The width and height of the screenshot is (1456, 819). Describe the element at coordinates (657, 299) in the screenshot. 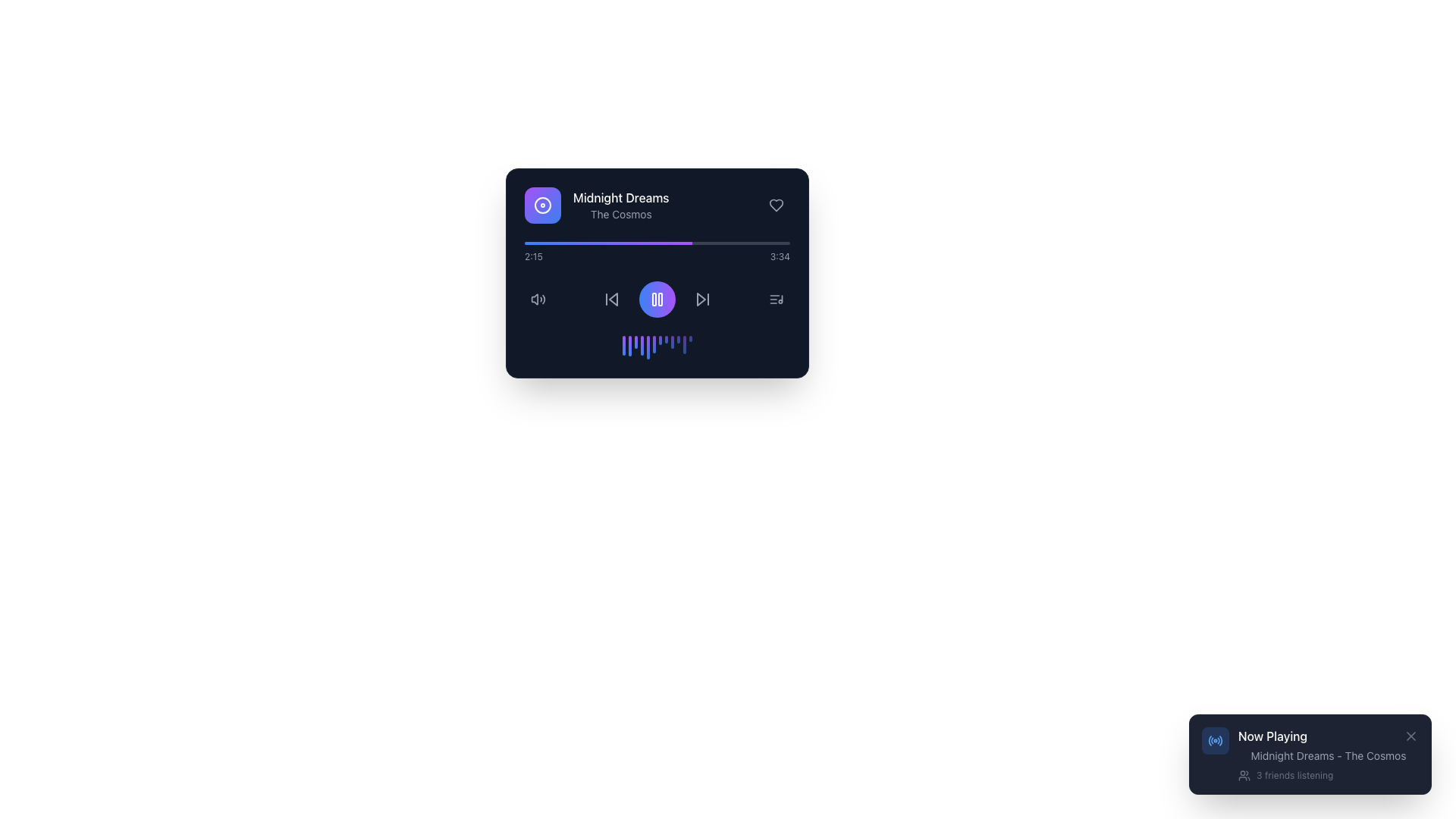

I see `the pause button icon located at the bottom middle of the music player interface` at that location.